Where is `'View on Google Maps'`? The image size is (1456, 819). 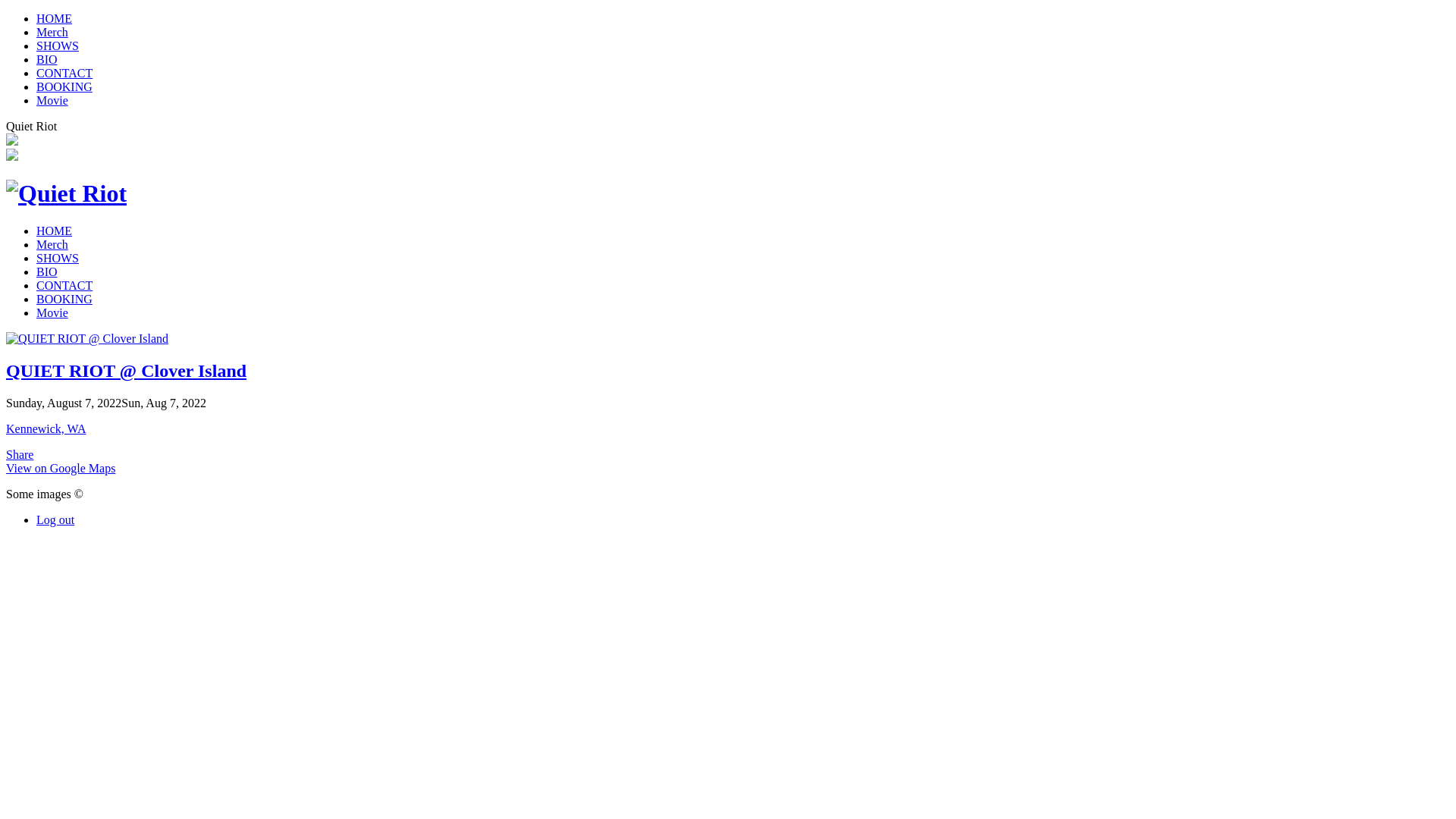
'View on Google Maps' is located at coordinates (61, 467).